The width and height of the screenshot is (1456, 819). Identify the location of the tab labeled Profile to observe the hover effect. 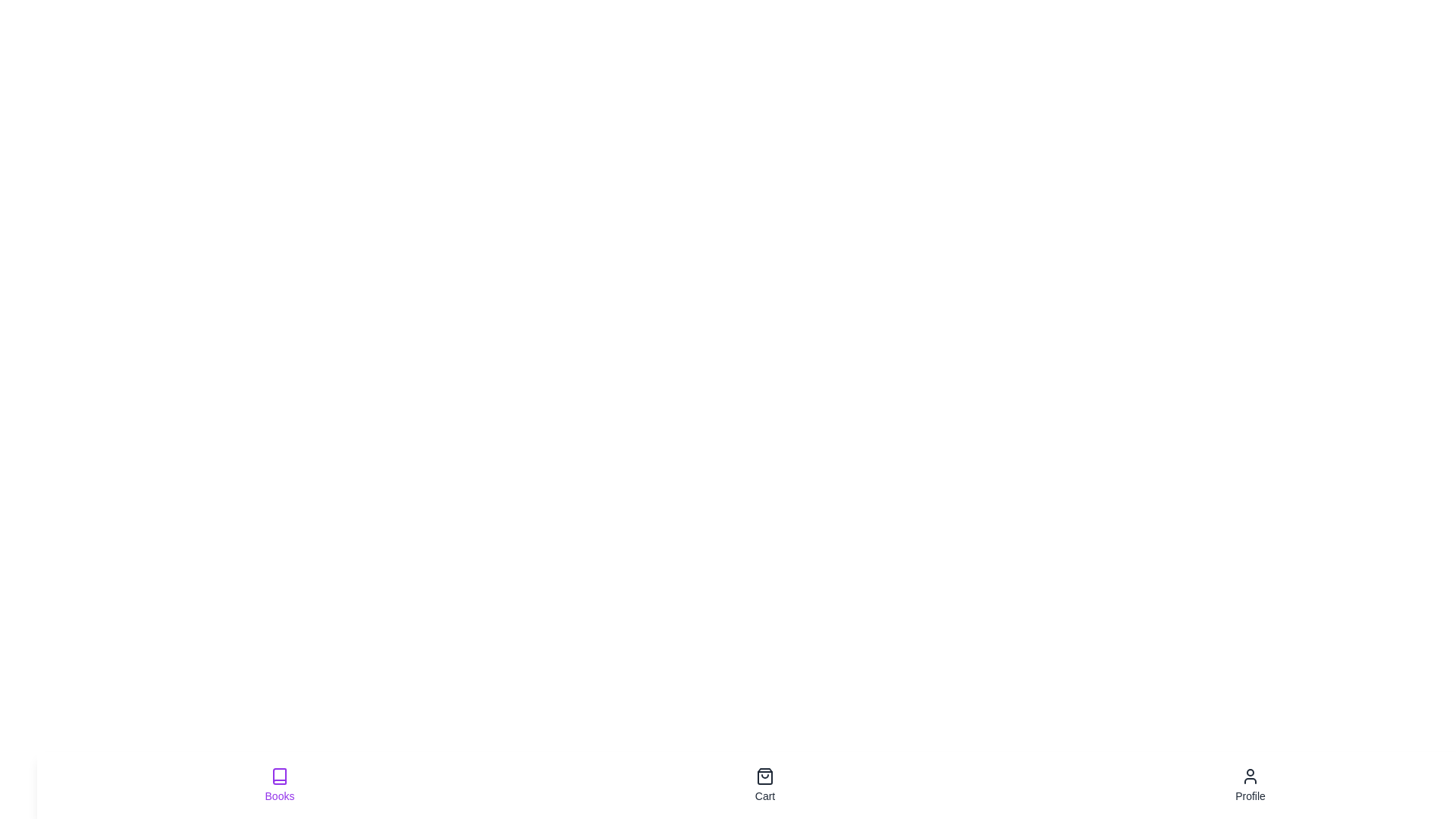
(1250, 785).